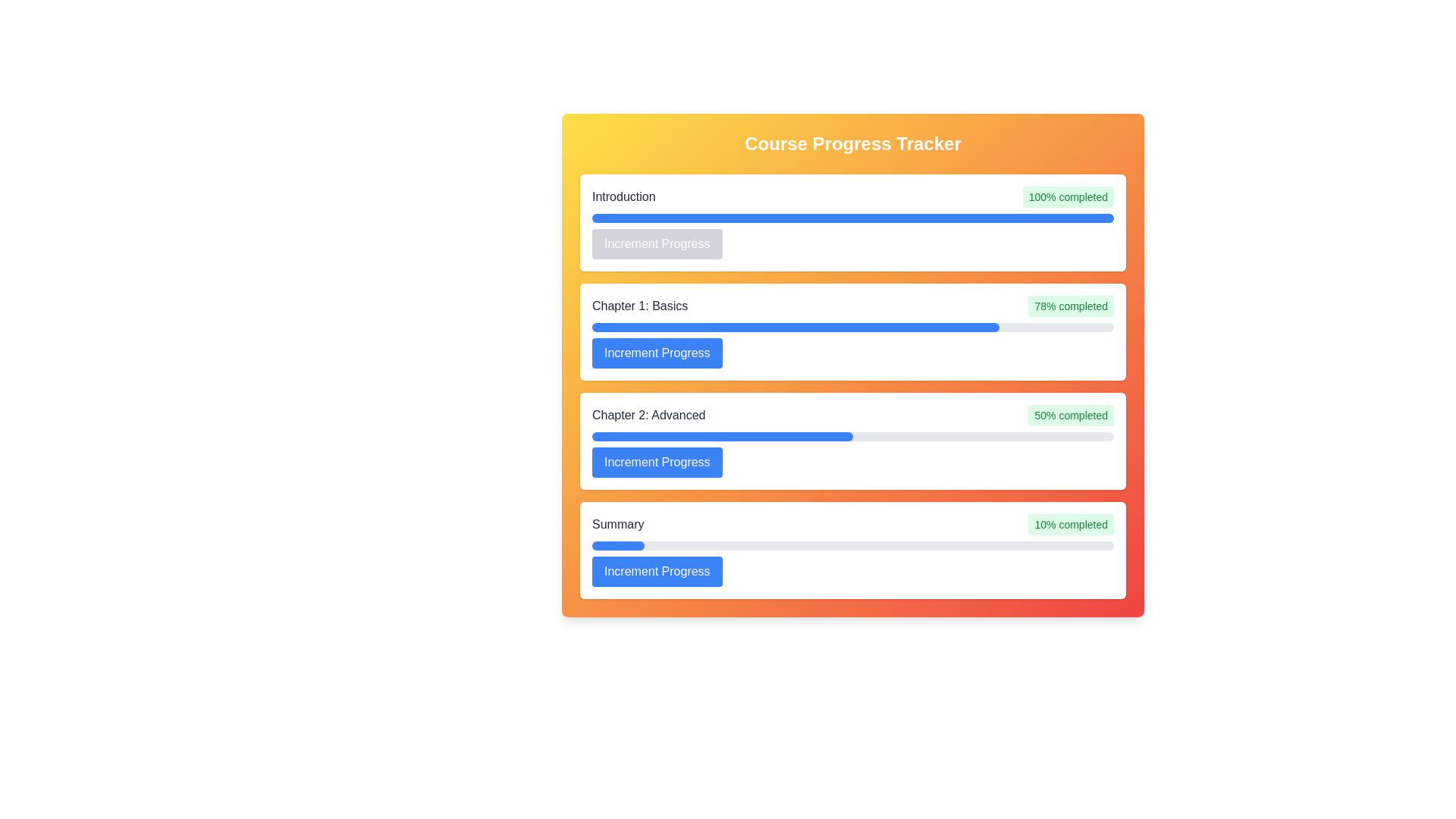 The image size is (1456, 819). I want to click on the button located below the progress bar to increment progress, so click(657, 461).